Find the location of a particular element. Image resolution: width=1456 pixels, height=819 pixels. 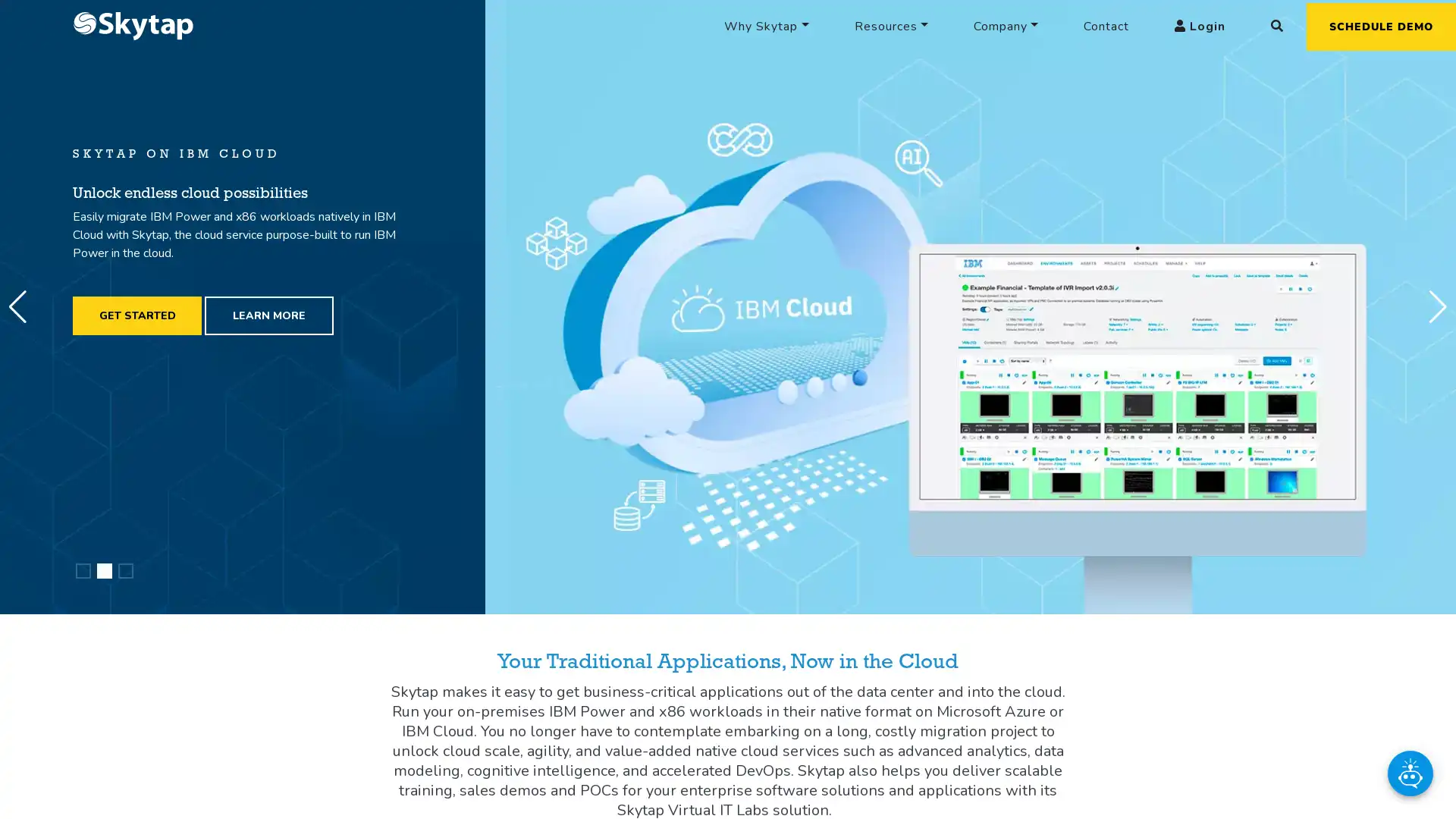

Go to slide 1 is located at coordinates (83, 570).